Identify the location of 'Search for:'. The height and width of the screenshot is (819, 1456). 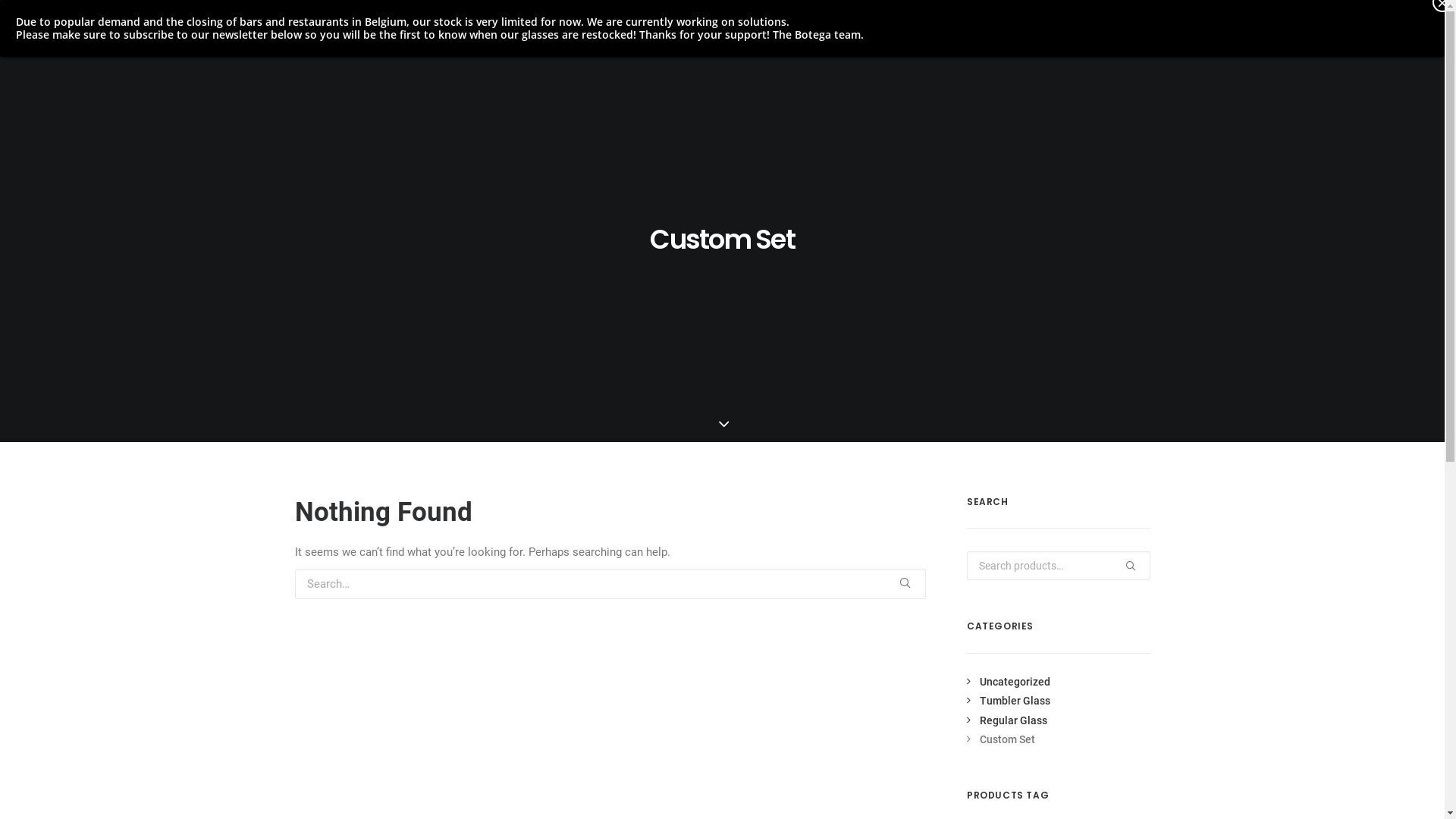
(610, 583).